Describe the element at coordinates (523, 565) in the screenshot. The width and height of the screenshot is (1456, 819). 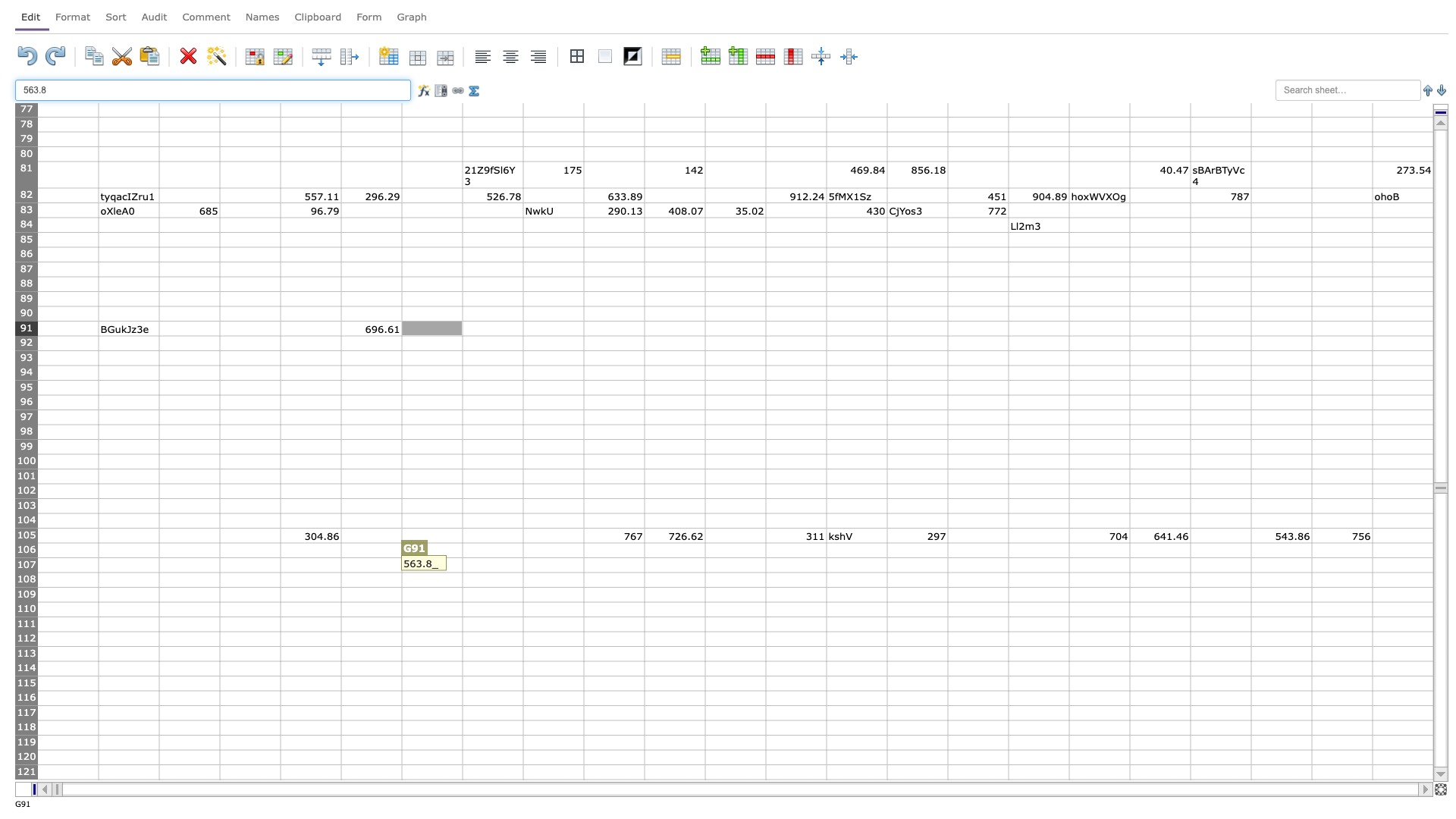
I see `Right side of cell H107` at that location.